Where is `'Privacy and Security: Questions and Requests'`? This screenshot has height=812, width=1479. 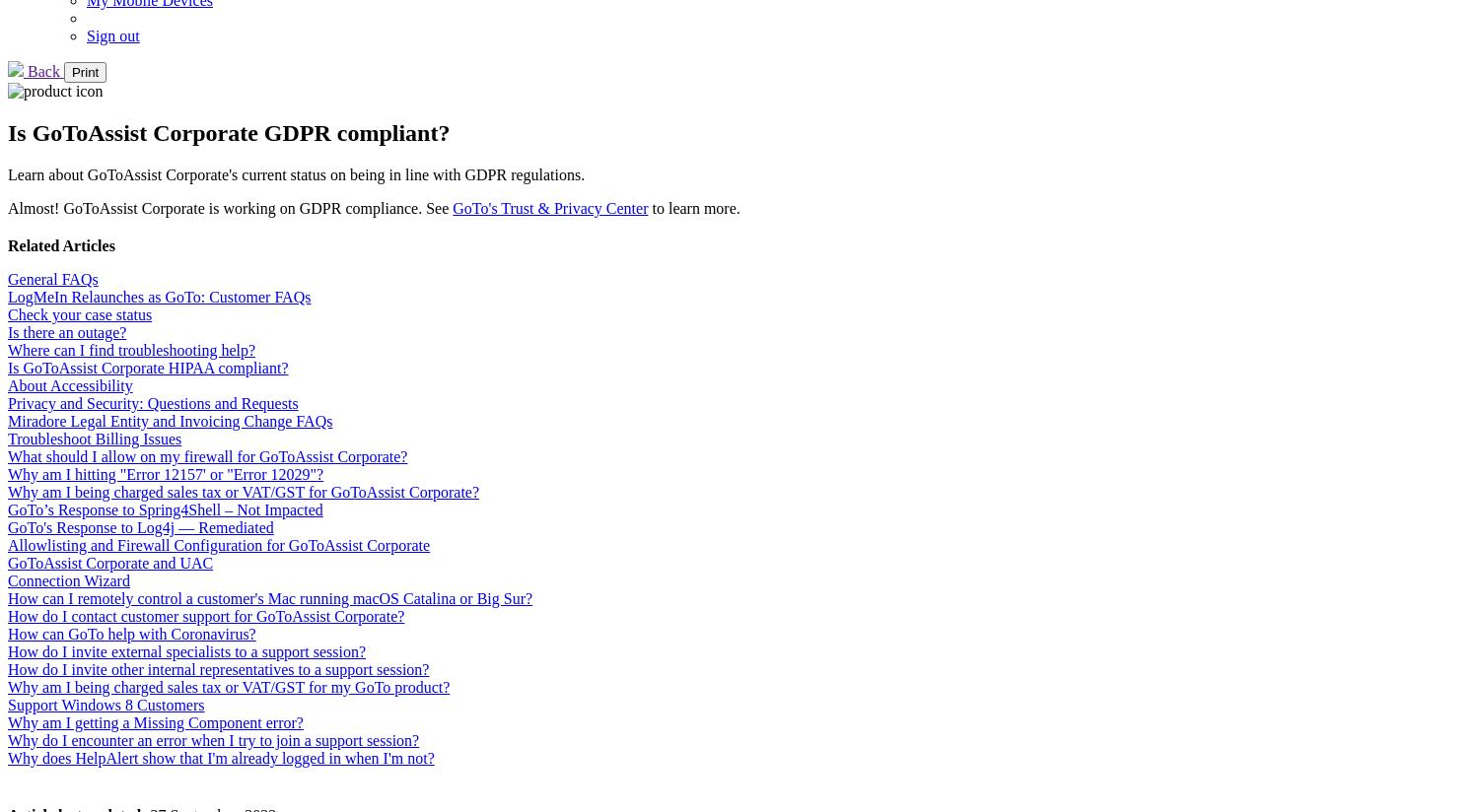 'Privacy and Security: Questions and Requests' is located at coordinates (152, 402).